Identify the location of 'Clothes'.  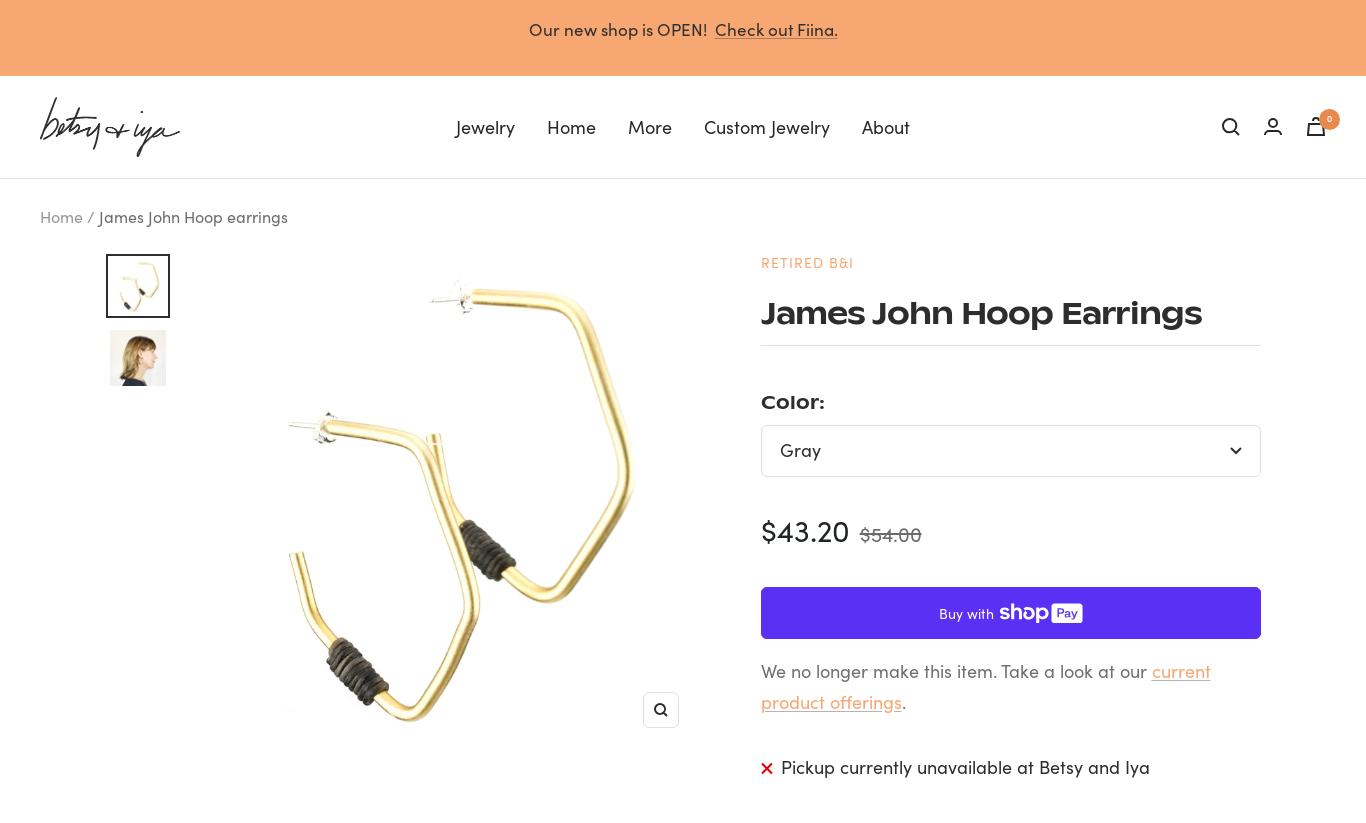
(320, 232).